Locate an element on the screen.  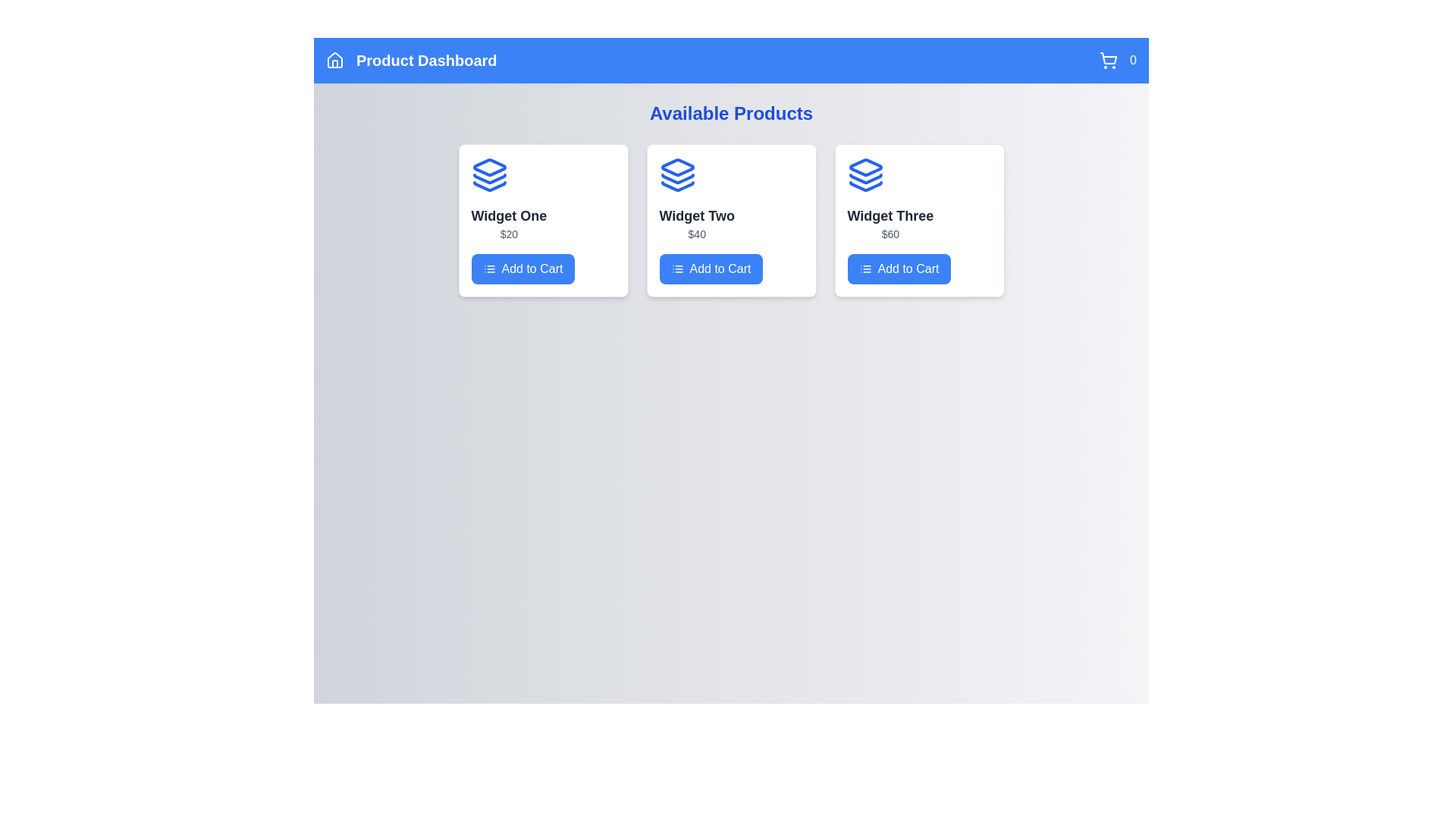
static text label displaying the price '$40' located below the product title 'Widget Two' in the product information card is located at coordinates (696, 234).